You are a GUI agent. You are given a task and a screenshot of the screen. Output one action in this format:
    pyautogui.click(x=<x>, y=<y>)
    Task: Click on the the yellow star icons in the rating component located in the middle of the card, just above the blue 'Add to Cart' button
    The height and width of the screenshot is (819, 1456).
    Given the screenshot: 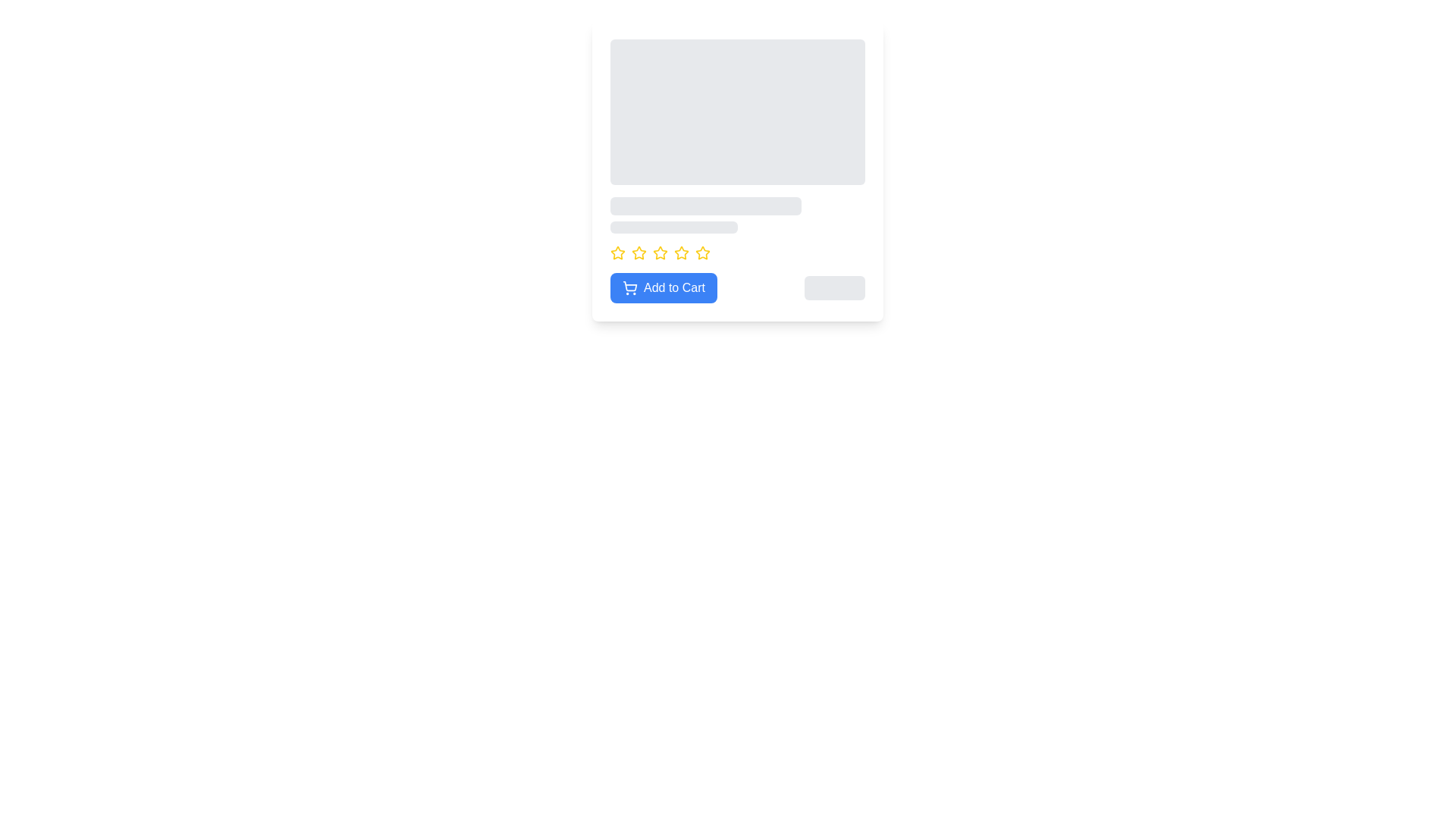 What is the action you would take?
    pyautogui.click(x=738, y=253)
    